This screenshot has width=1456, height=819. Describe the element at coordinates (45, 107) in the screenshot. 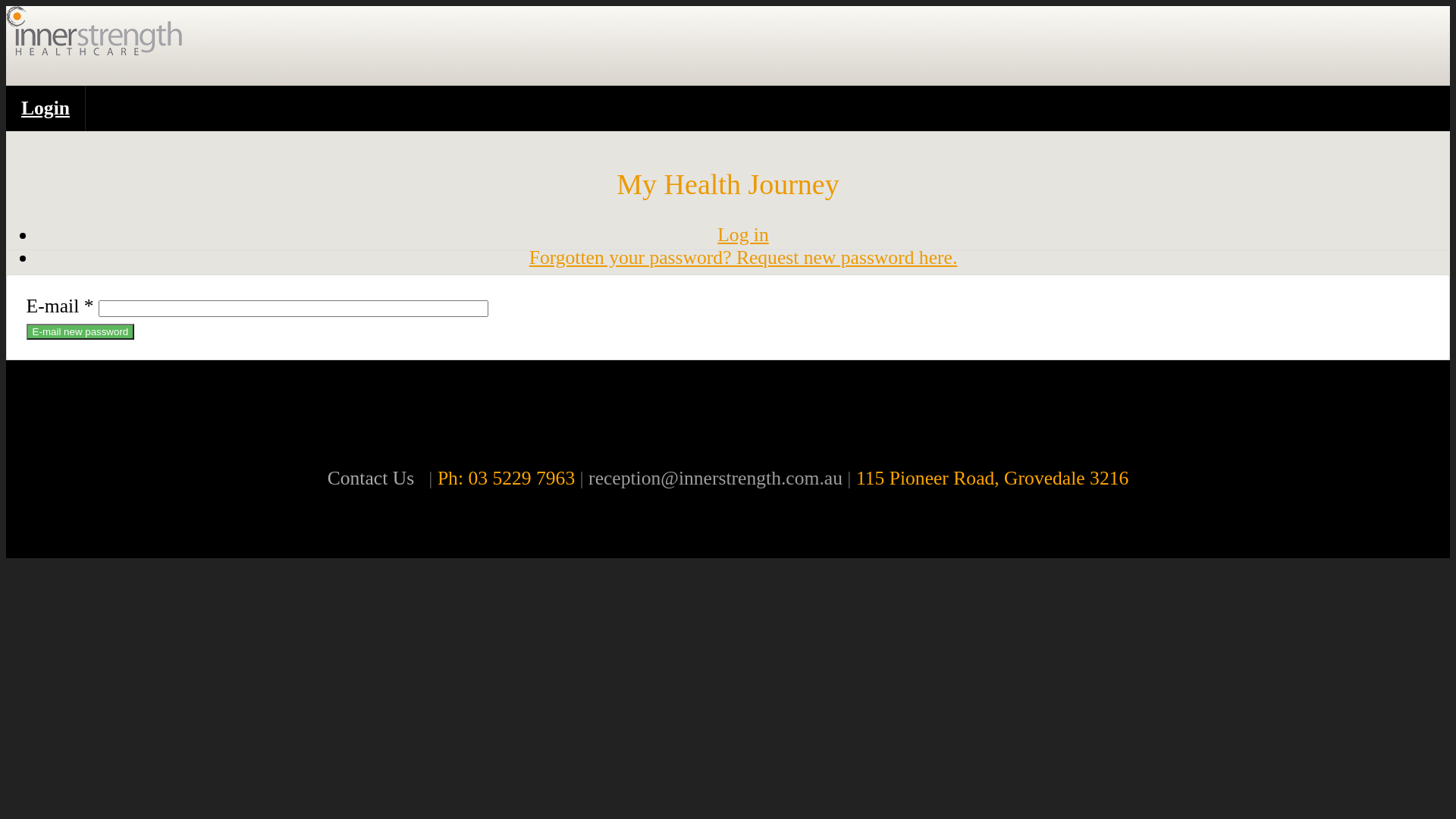

I see `'Login'` at that location.